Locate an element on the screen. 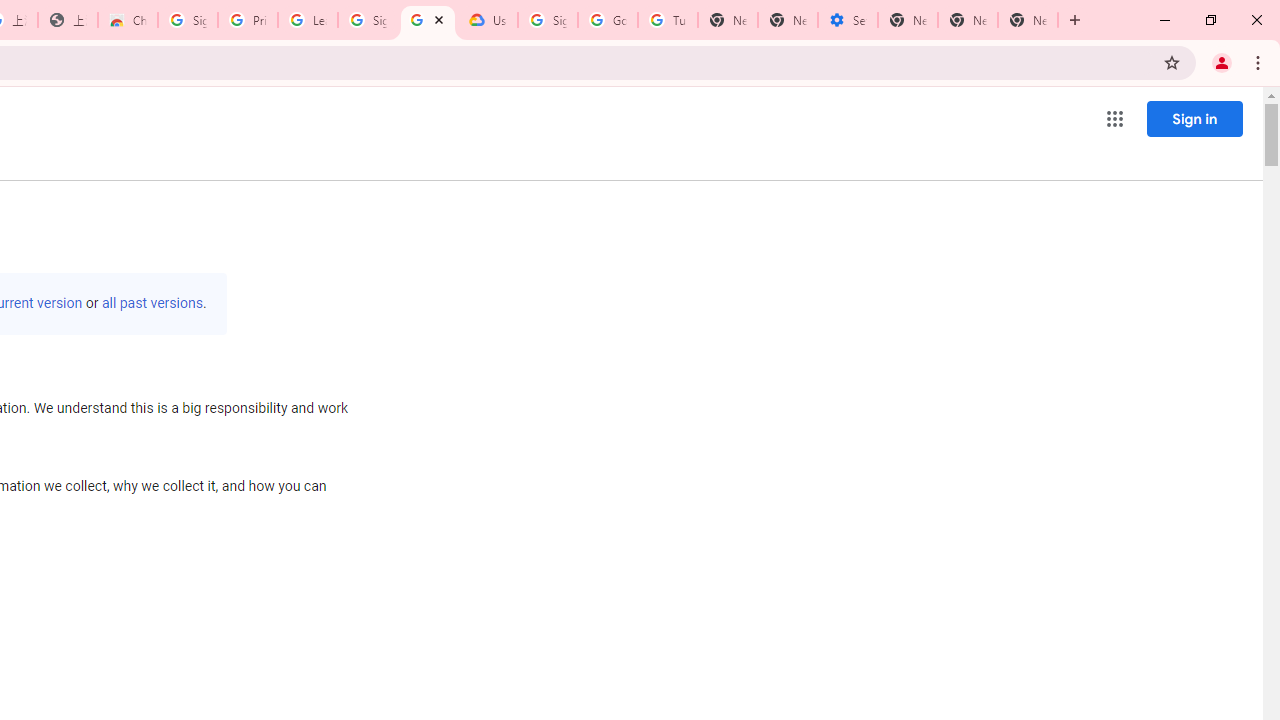 This screenshot has height=720, width=1280. 'Google Account Help' is located at coordinates (607, 20).